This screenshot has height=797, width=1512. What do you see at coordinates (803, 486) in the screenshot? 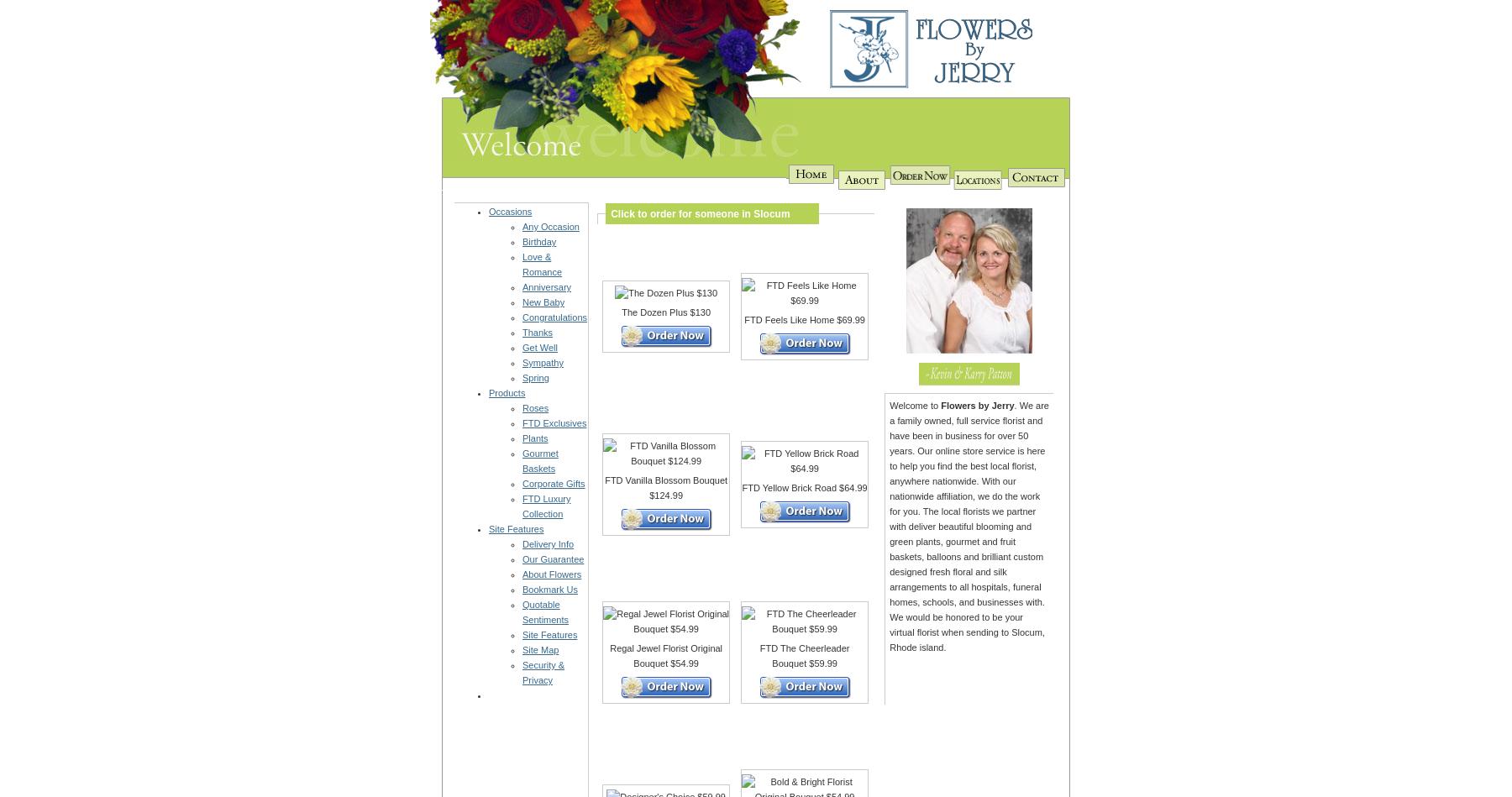
I see `'FTD Yellow Brick Road $64.99'` at bounding box center [803, 486].